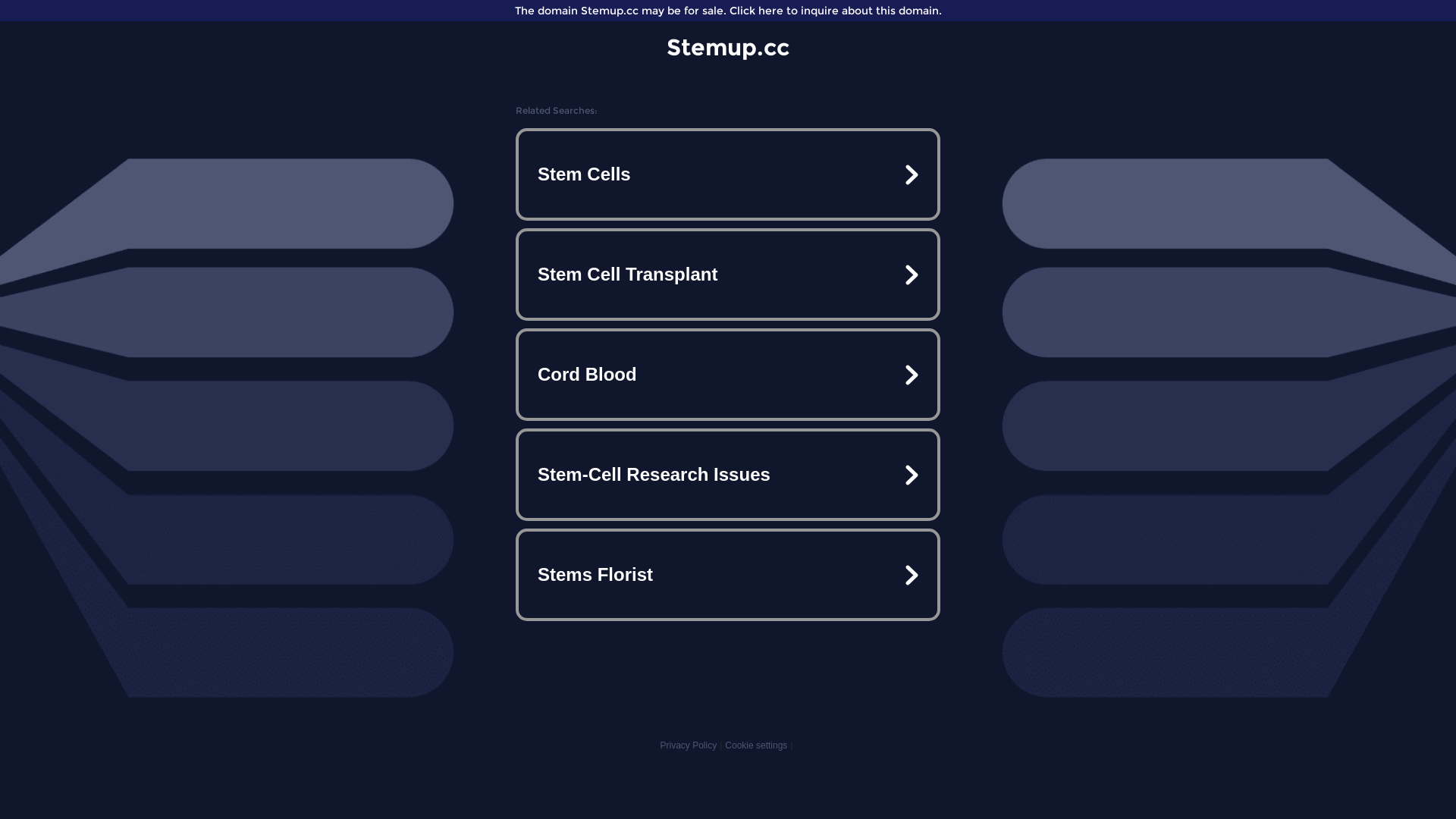 The width and height of the screenshot is (1456, 819). I want to click on 'Cord Blood', so click(728, 374).